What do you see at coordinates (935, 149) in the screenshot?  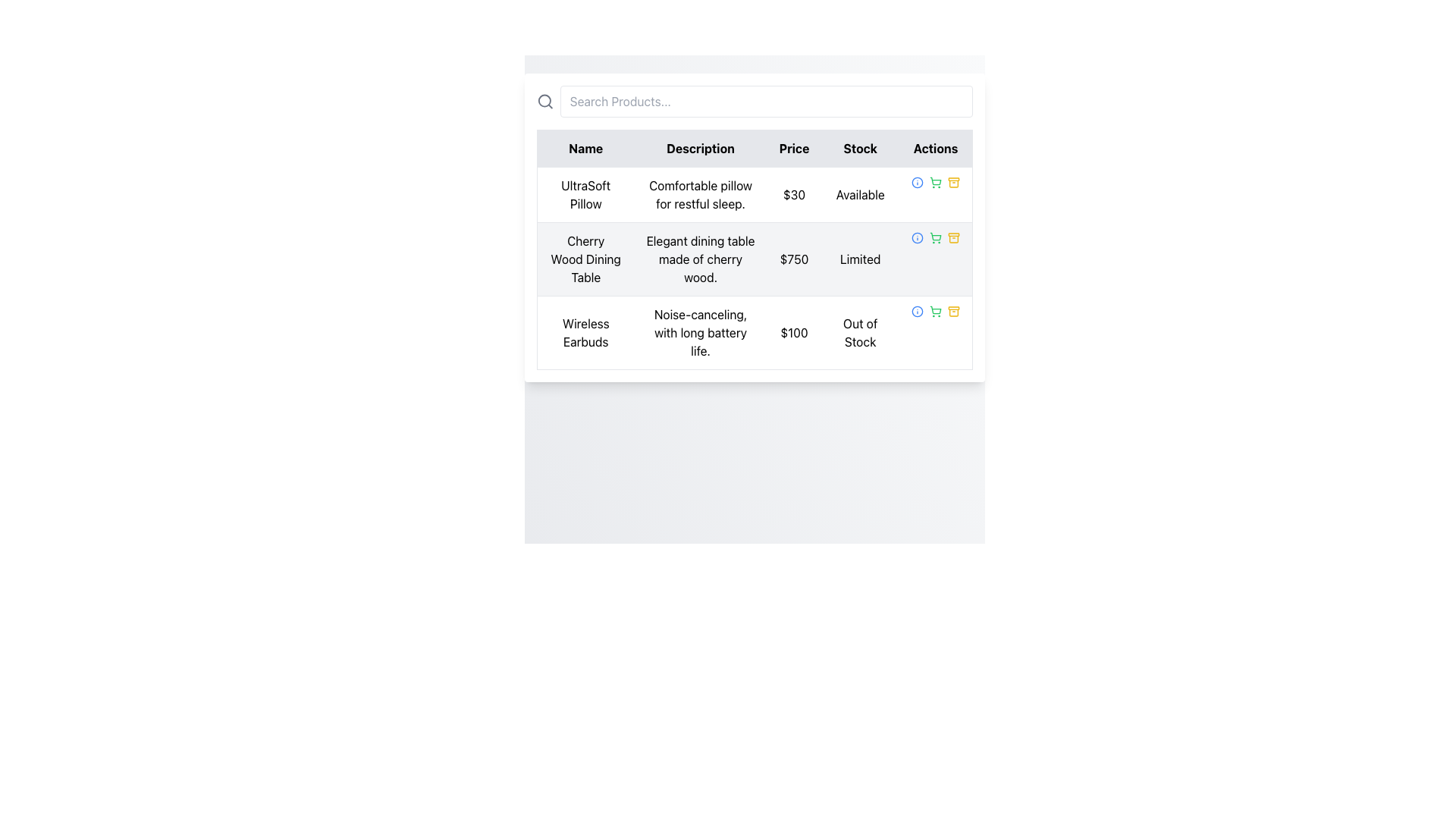 I see `the text label 'Actions' in bold font, located at the far right of the table header row` at bounding box center [935, 149].